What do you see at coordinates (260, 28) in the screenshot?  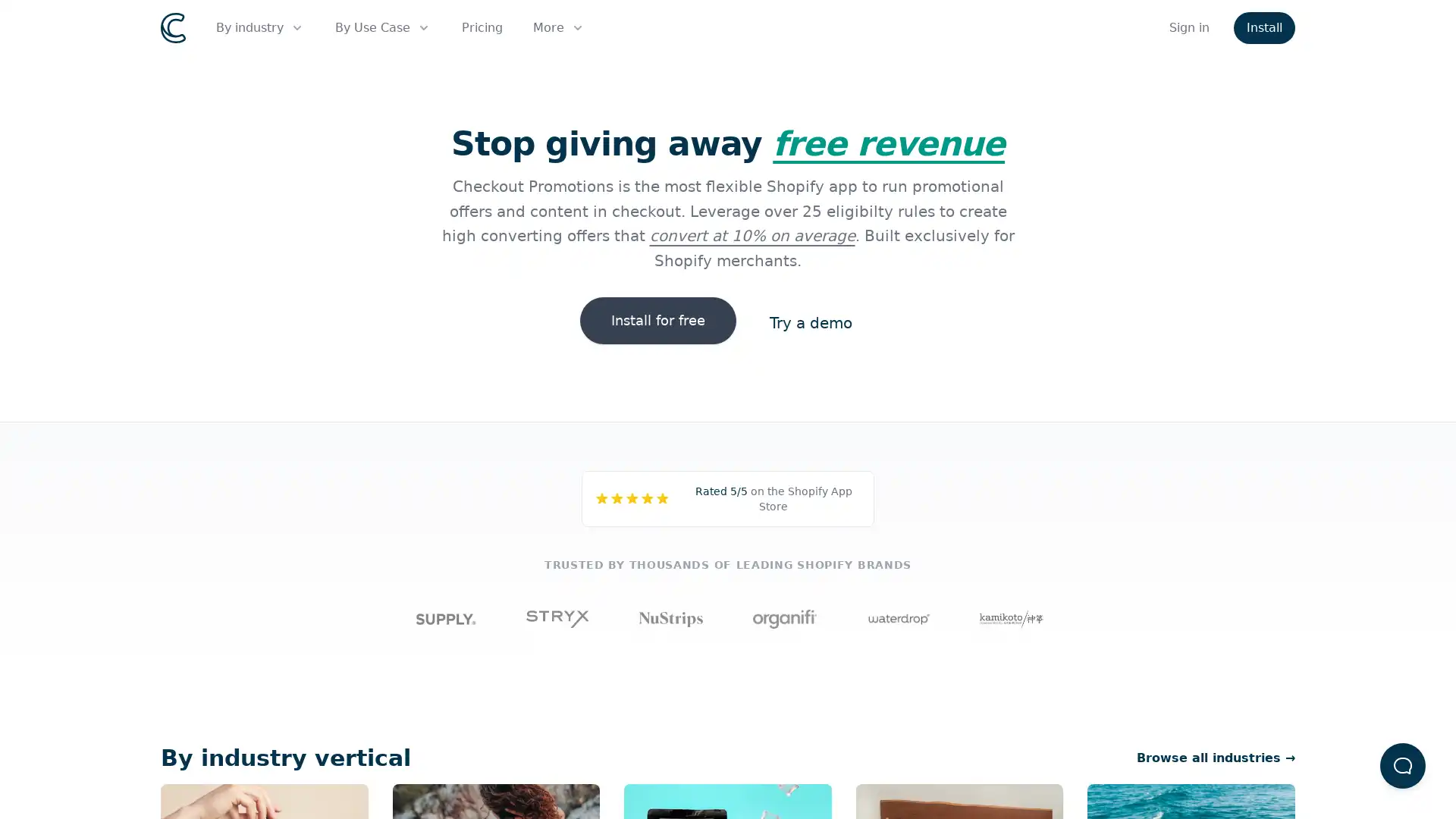 I see `By industry` at bounding box center [260, 28].